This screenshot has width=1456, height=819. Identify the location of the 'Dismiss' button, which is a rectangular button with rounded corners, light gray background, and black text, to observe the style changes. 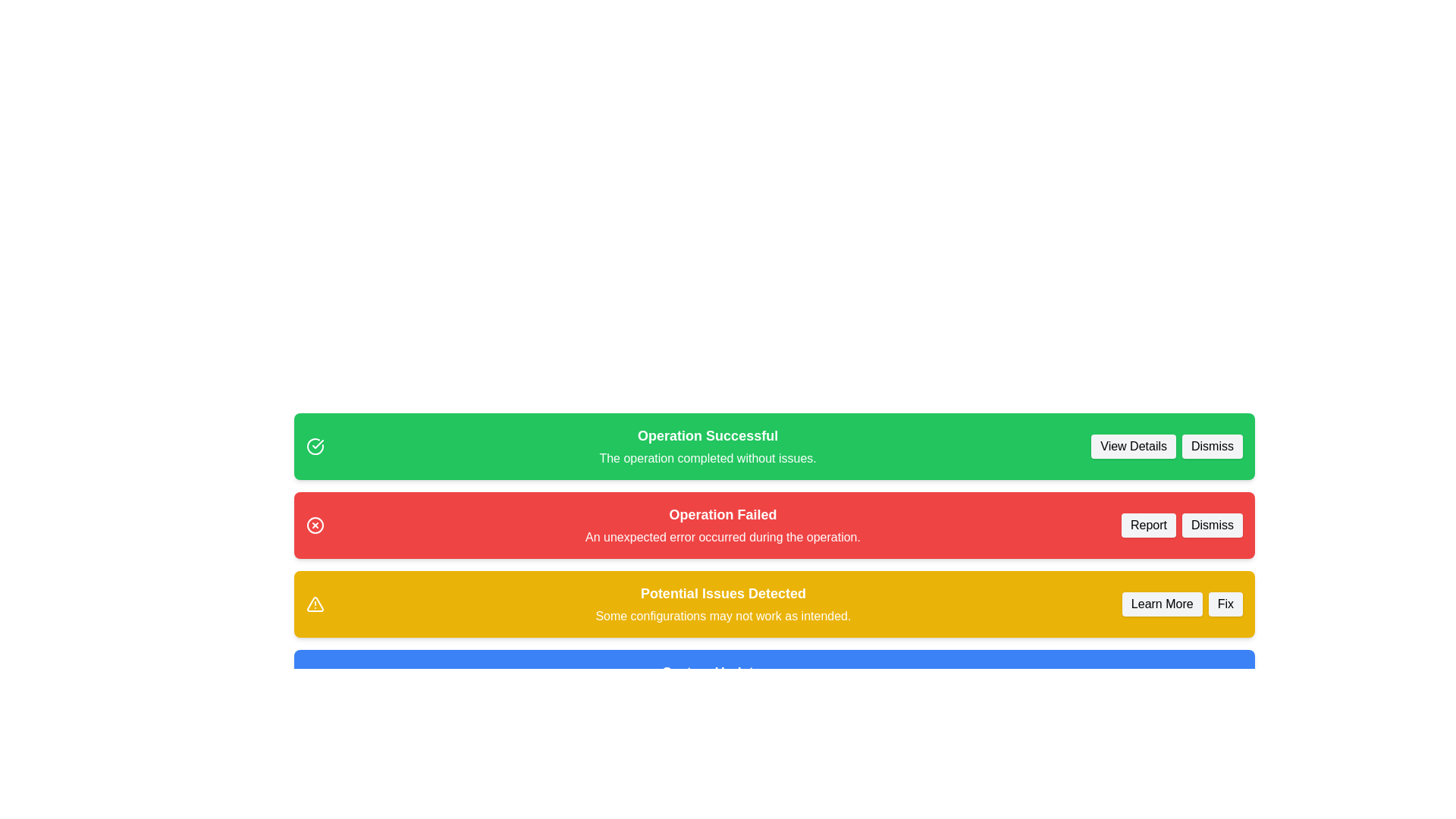
(1211, 446).